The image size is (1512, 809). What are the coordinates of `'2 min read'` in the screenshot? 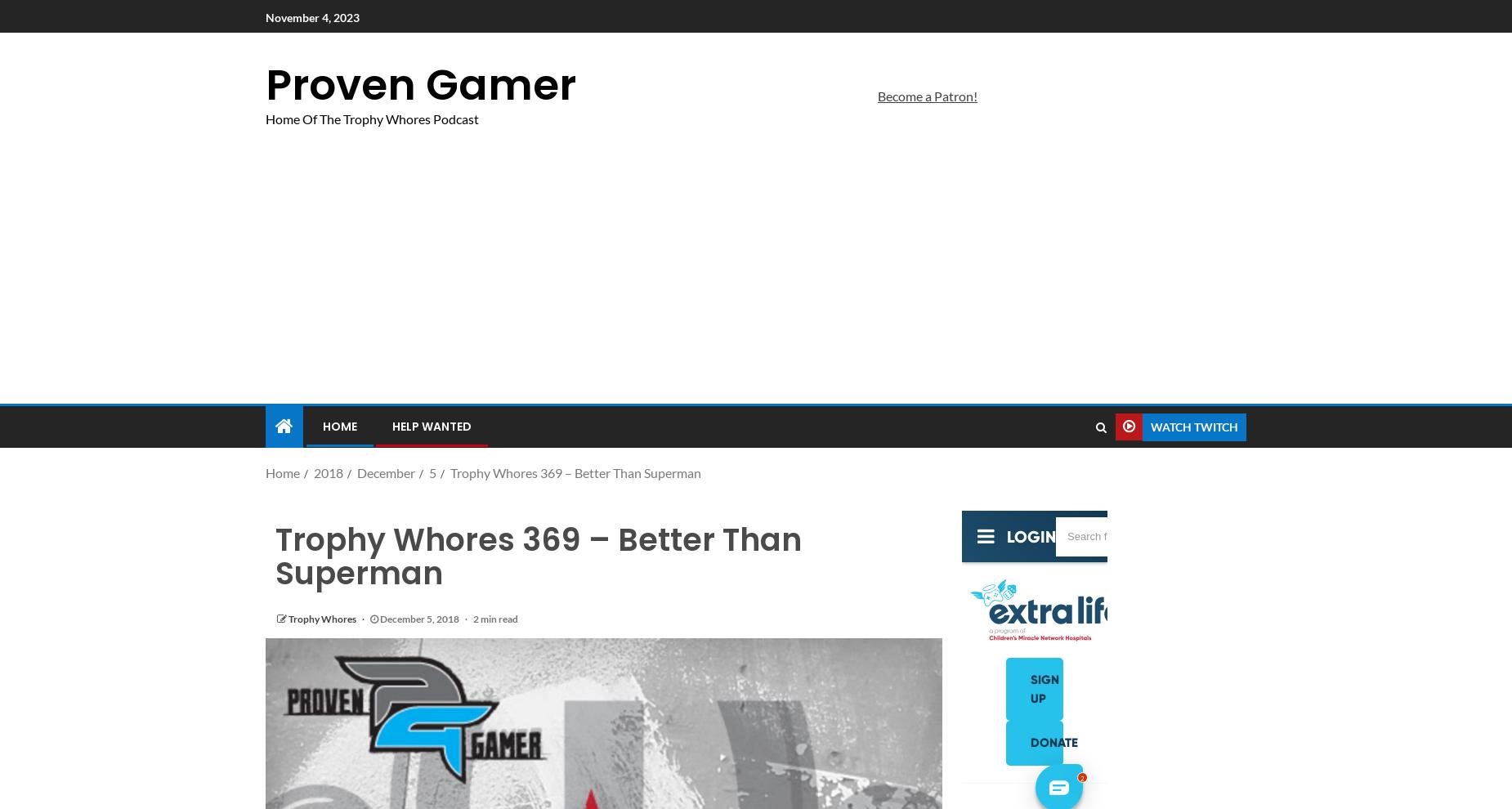 It's located at (495, 619).